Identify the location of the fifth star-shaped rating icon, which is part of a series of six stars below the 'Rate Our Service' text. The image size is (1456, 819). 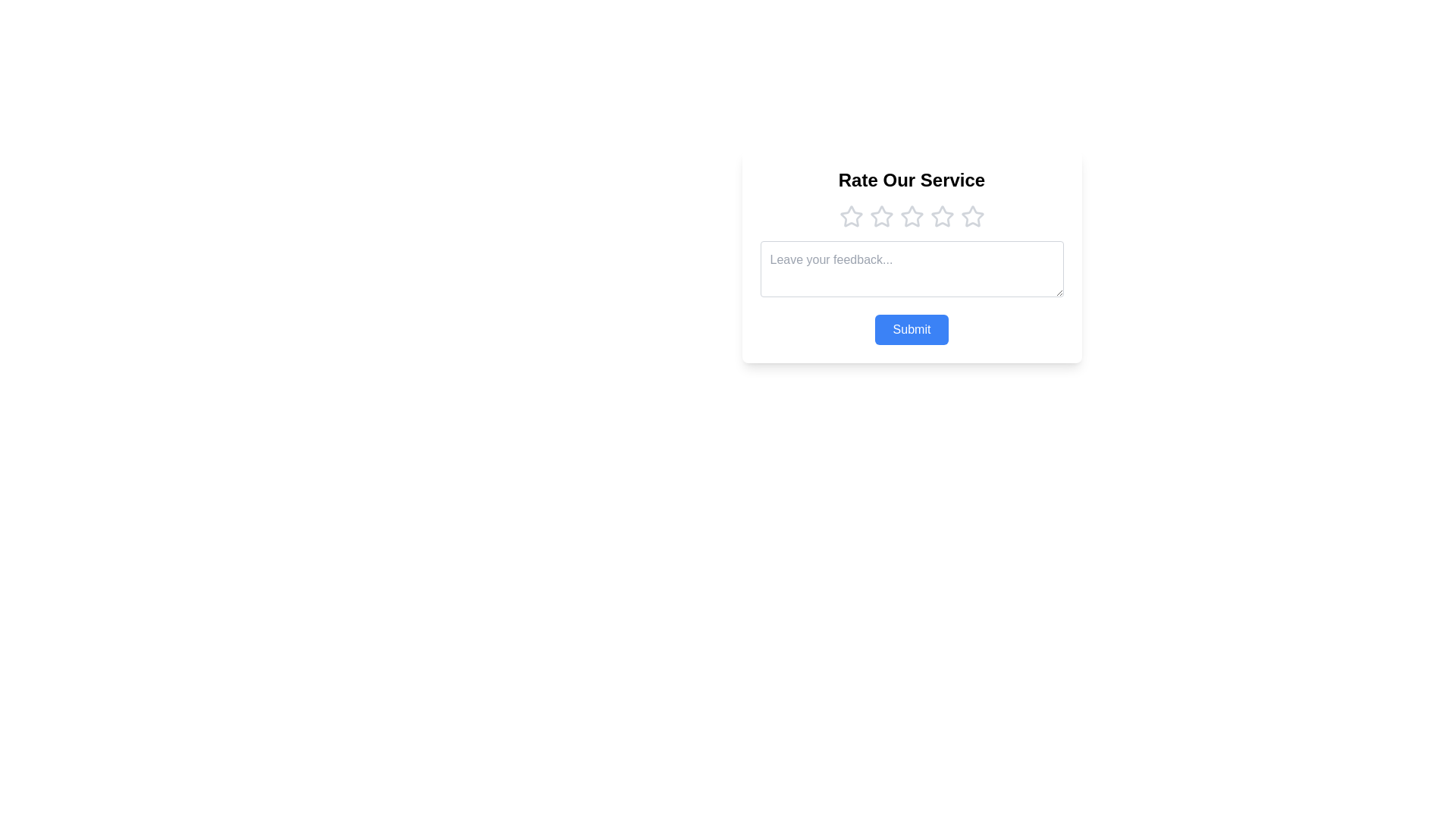
(941, 216).